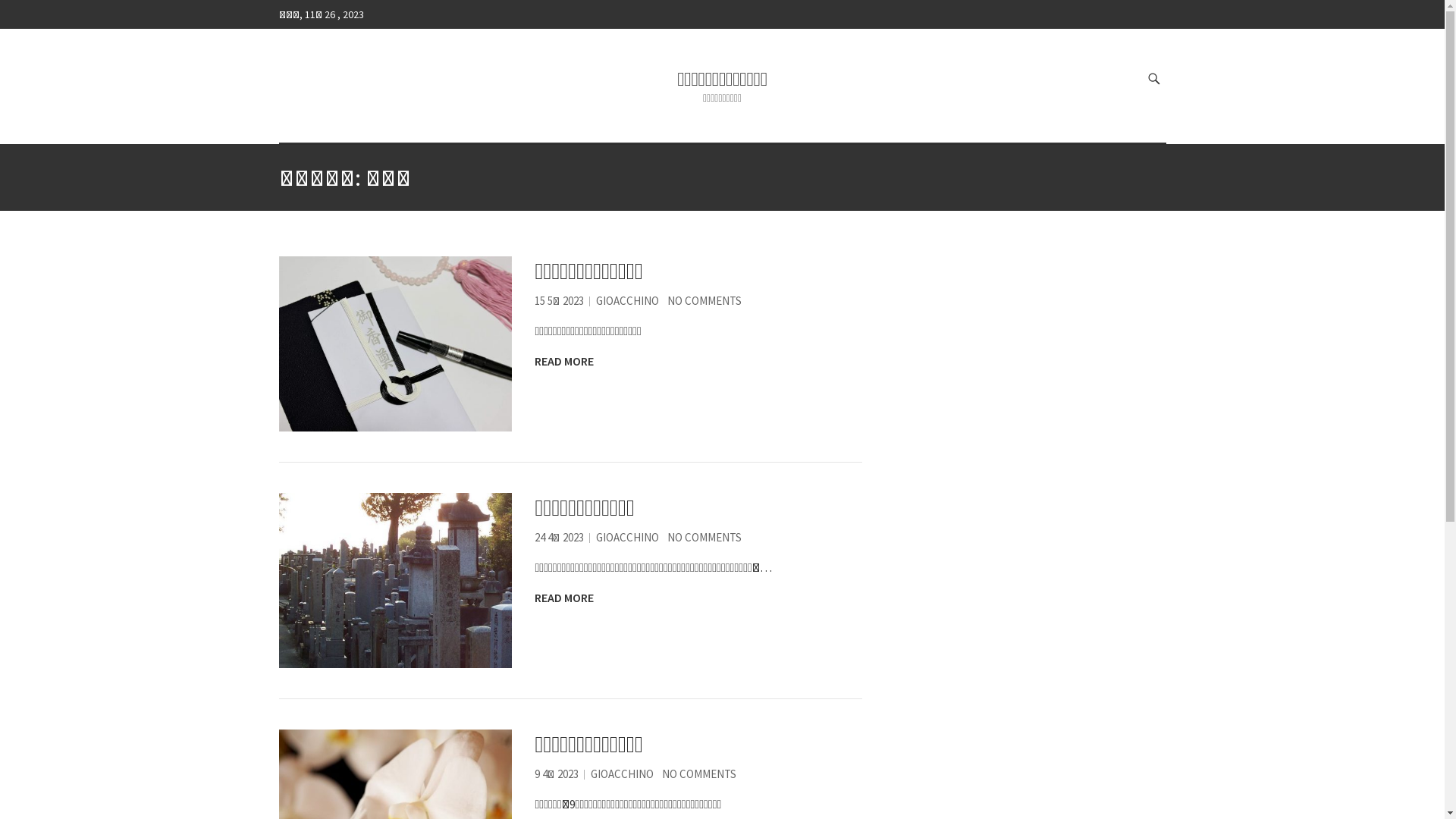 This screenshot has width=1456, height=819. What do you see at coordinates (662, 773) in the screenshot?
I see `'NO COMMENTS'` at bounding box center [662, 773].